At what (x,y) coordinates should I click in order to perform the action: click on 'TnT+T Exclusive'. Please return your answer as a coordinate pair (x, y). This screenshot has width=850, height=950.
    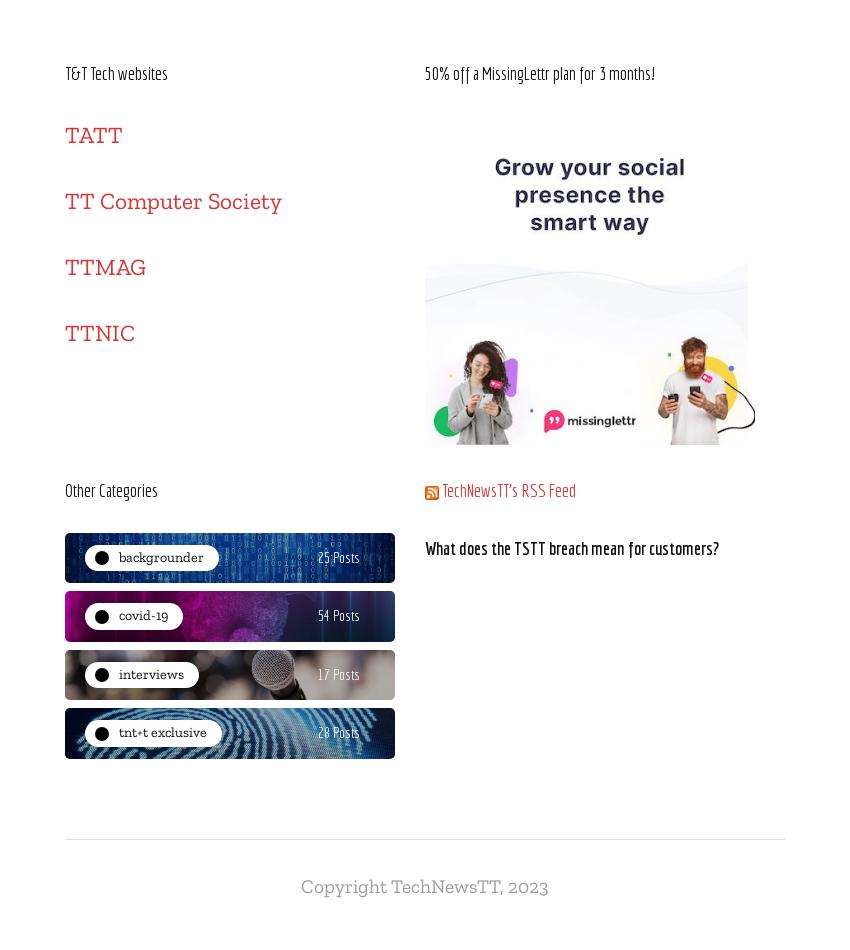
    Looking at the image, I should click on (118, 731).